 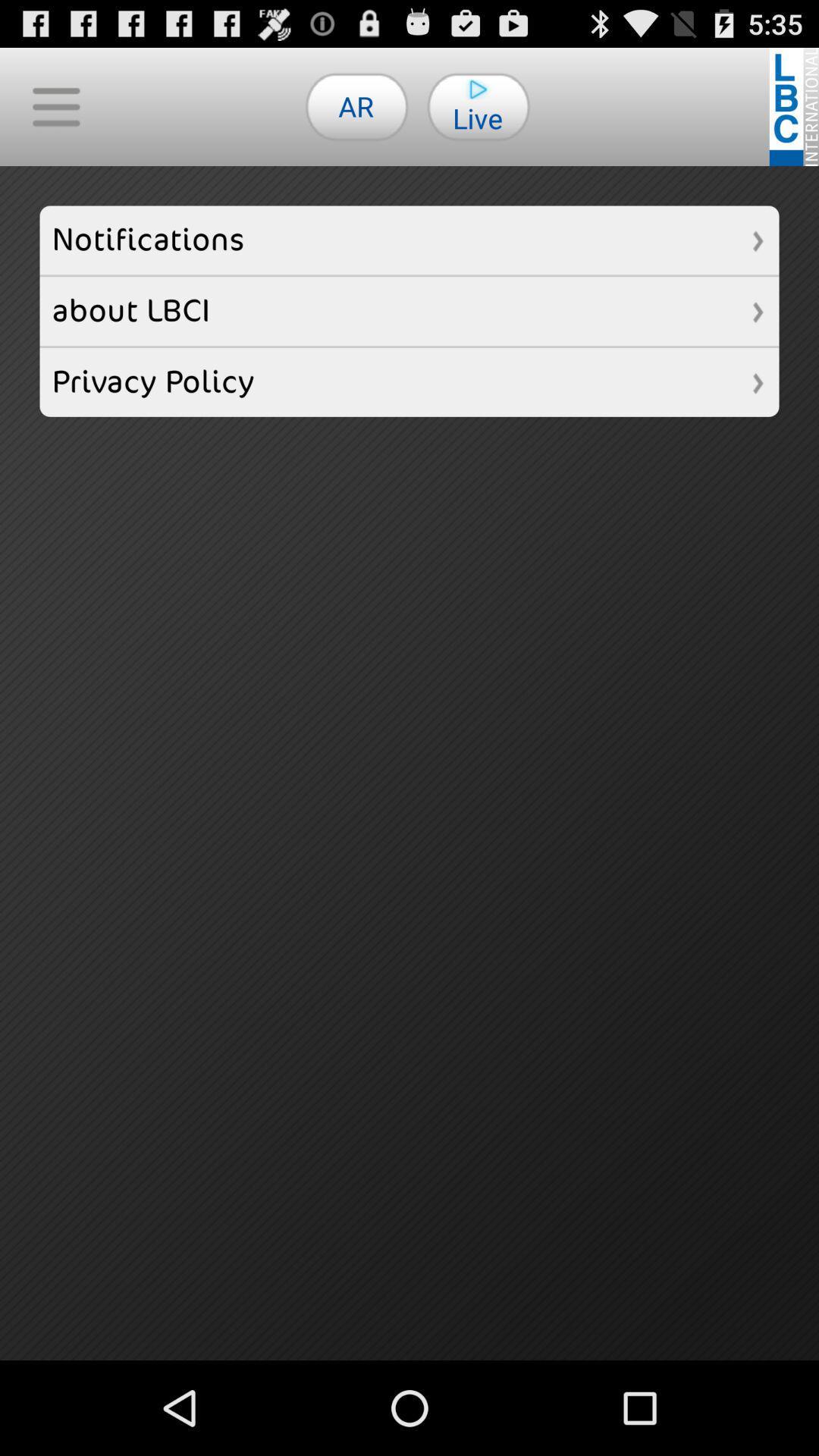 I want to click on notifications icon, so click(x=409, y=239).